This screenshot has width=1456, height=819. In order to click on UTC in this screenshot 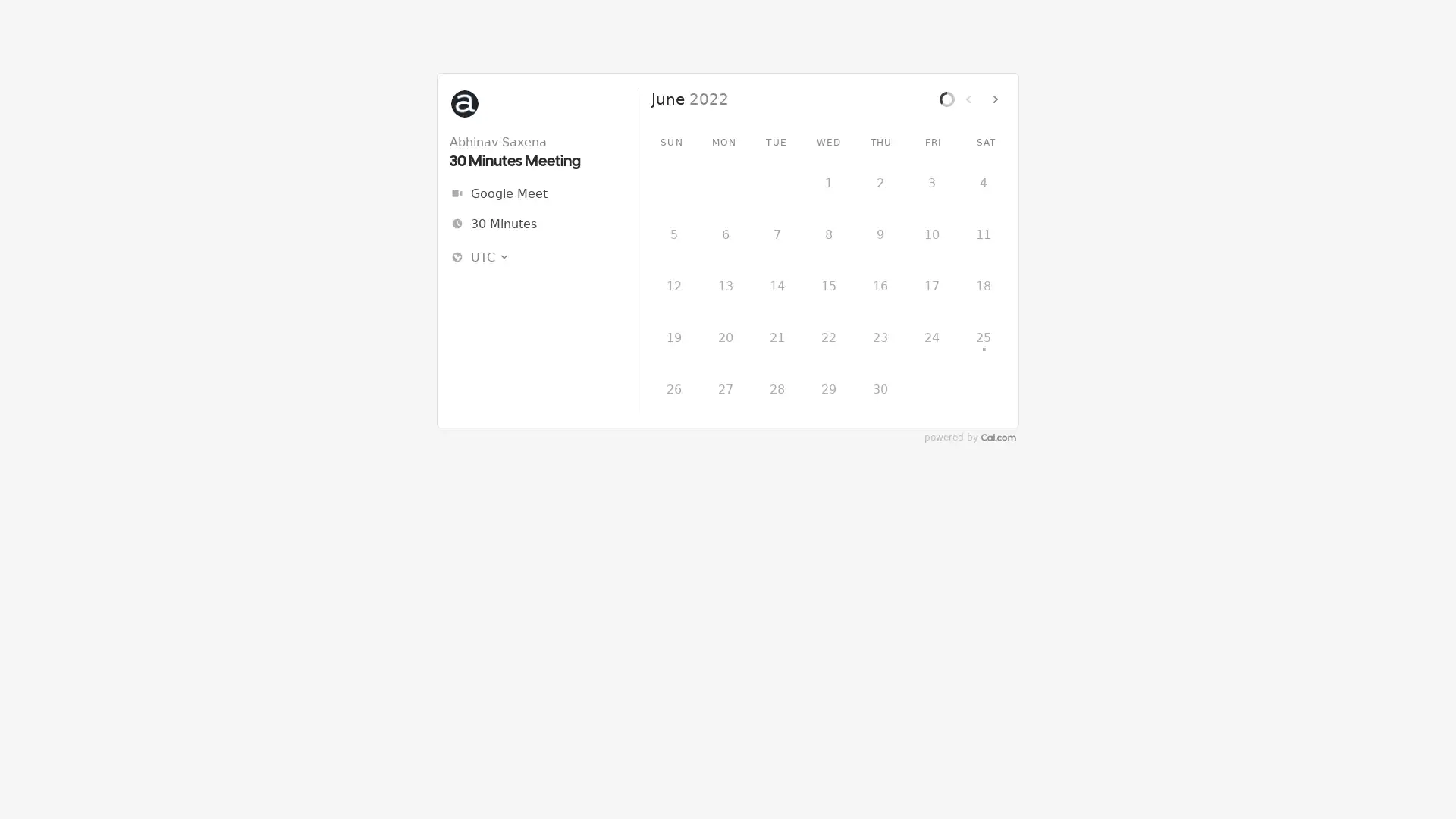, I will do `click(491, 256)`.